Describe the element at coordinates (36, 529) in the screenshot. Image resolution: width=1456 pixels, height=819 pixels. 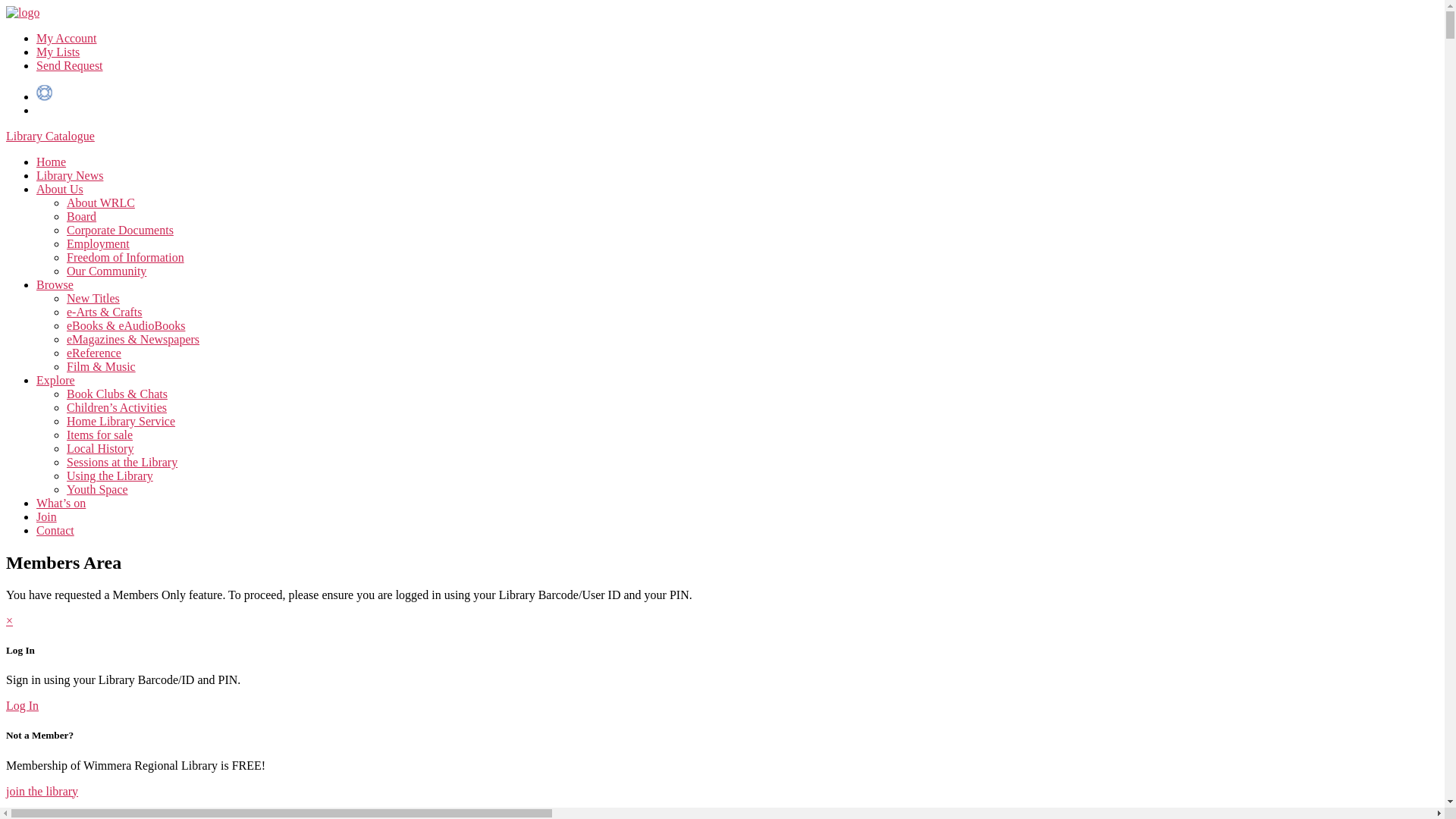
I see `'Contact'` at that location.